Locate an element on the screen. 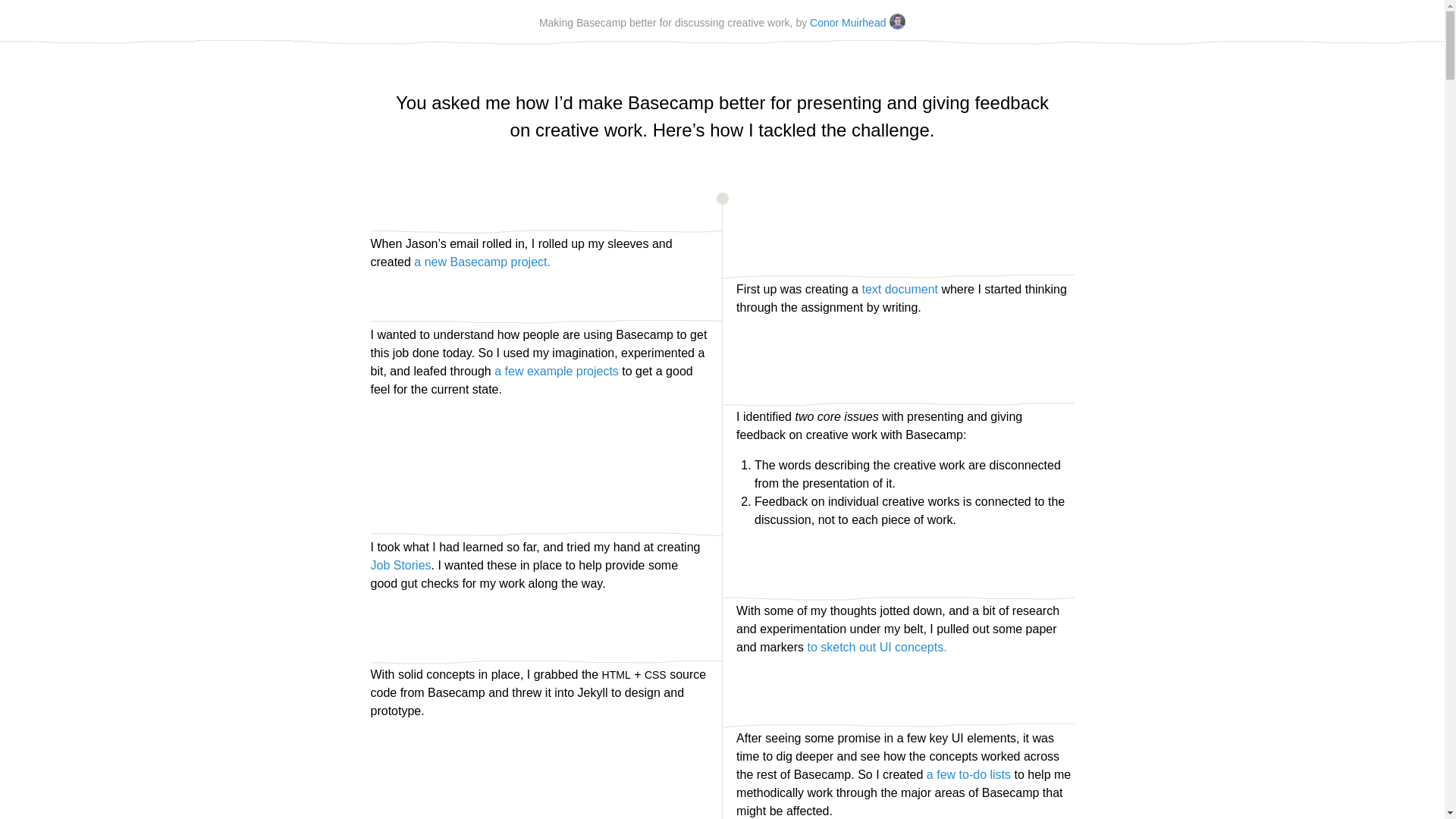 The width and height of the screenshot is (1456, 819). 'concepts.' is located at coordinates (895, 647).